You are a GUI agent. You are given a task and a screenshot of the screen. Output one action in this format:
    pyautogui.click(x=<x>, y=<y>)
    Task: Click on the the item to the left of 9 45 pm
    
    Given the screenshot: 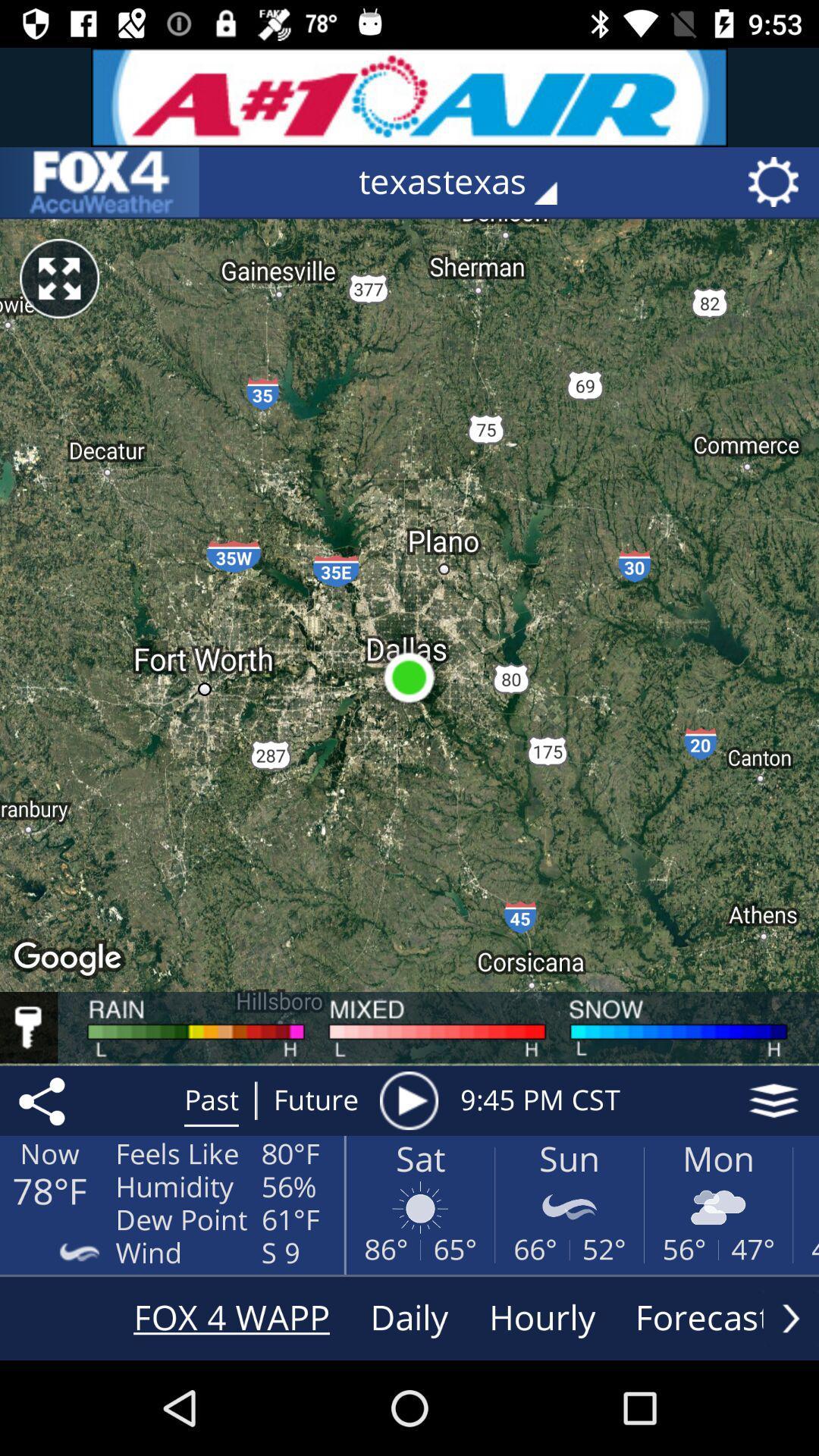 What is the action you would take?
    pyautogui.click(x=408, y=1100)
    